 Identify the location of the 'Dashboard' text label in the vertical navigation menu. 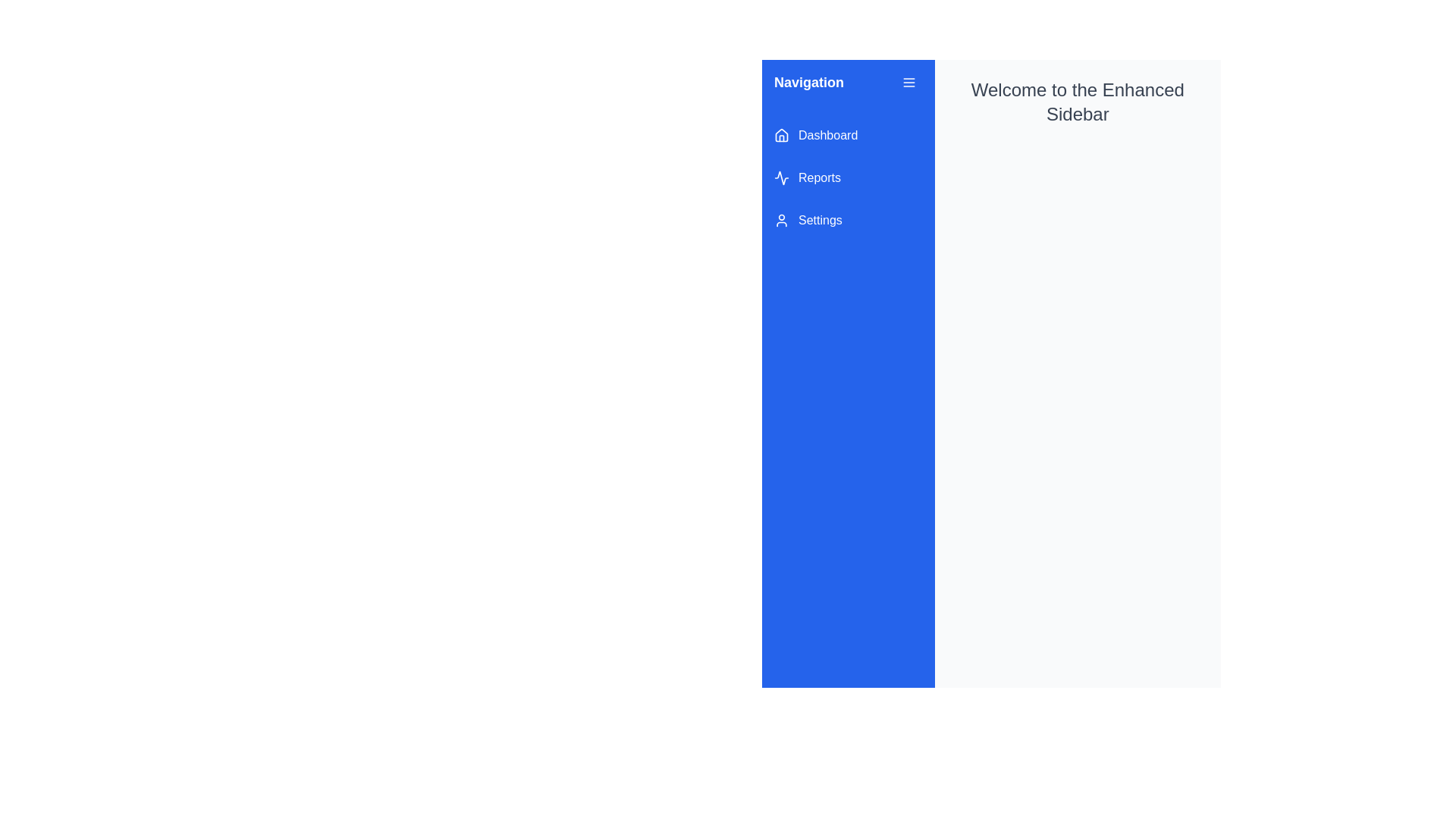
(827, 134).